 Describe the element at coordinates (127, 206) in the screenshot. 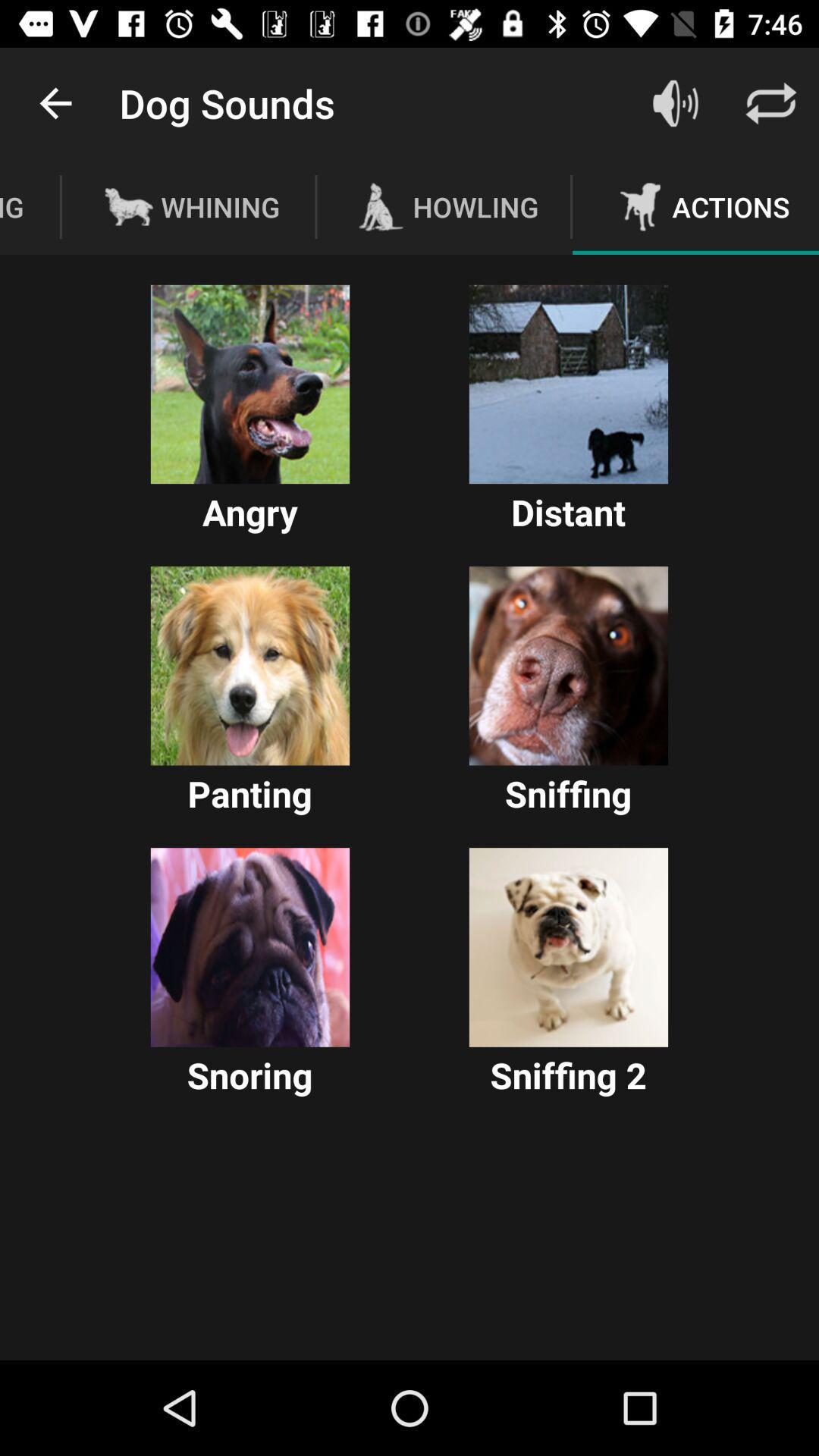

I see `left of whining` at that location.